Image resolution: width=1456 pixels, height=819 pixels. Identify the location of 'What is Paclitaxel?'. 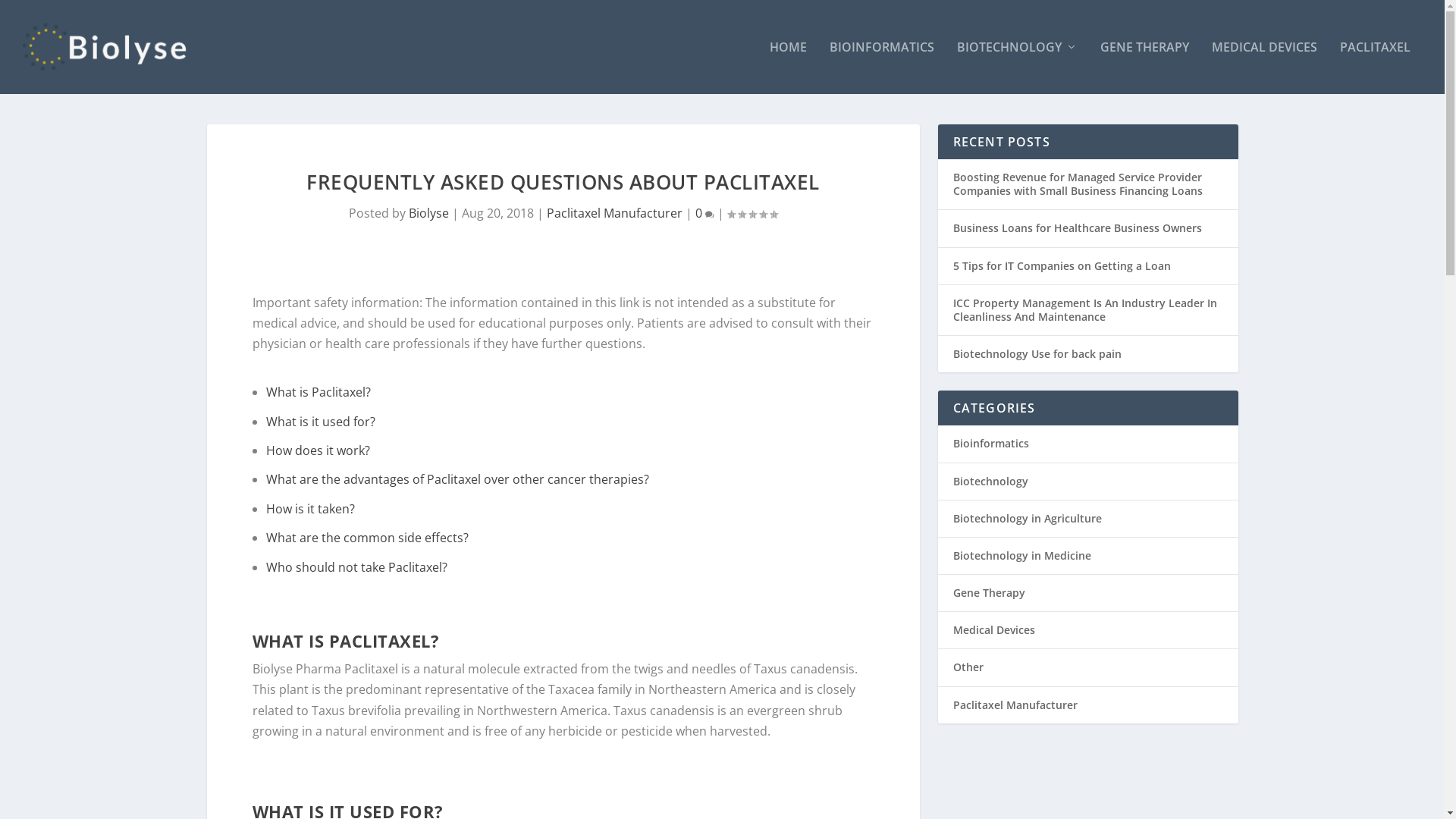
(318, 391).